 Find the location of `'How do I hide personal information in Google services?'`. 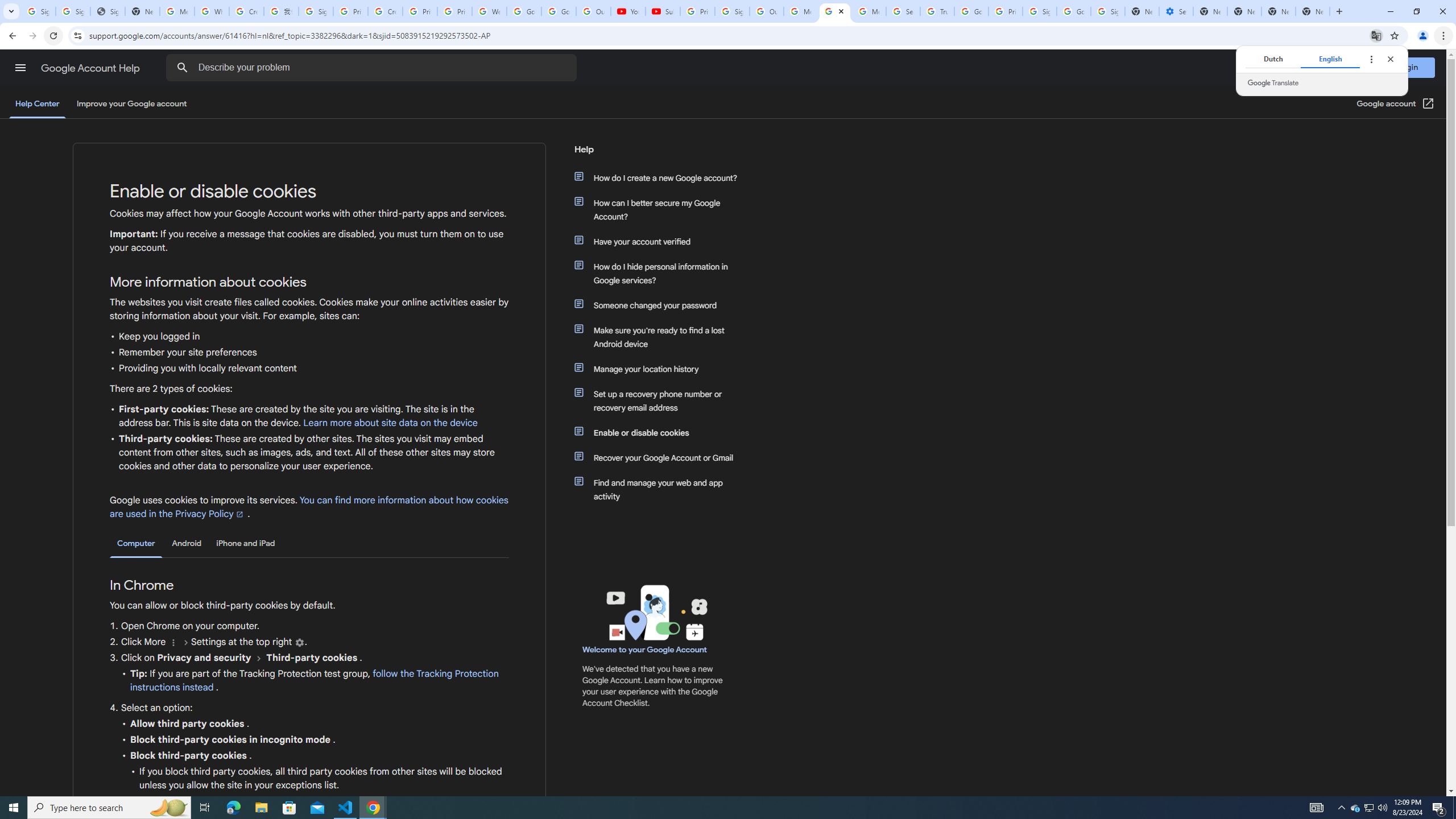

'How do I hide personal information in Google services?' is located at coordinates (661, 272).